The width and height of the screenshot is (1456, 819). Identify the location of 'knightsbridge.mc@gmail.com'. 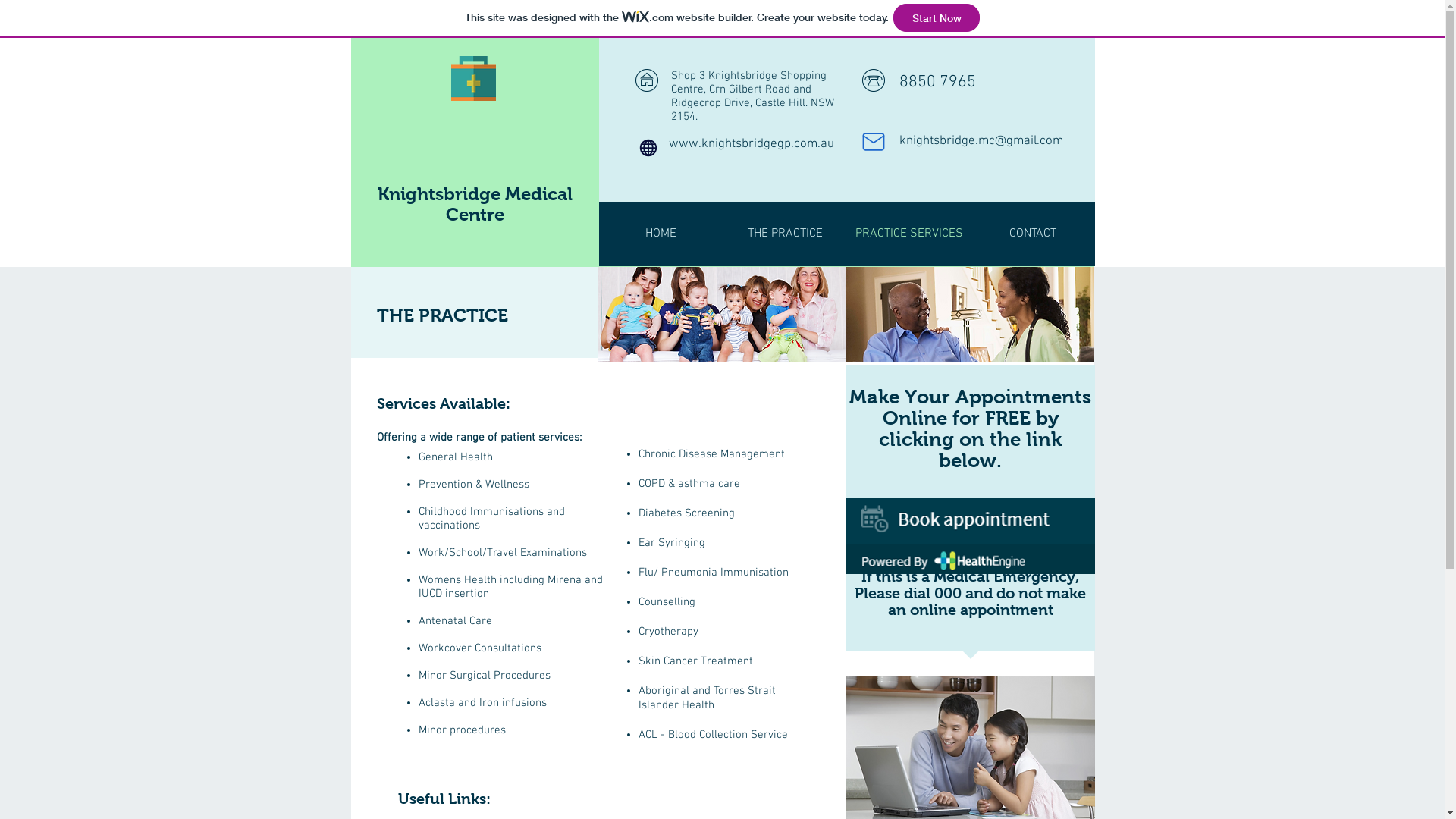
(899, 140).